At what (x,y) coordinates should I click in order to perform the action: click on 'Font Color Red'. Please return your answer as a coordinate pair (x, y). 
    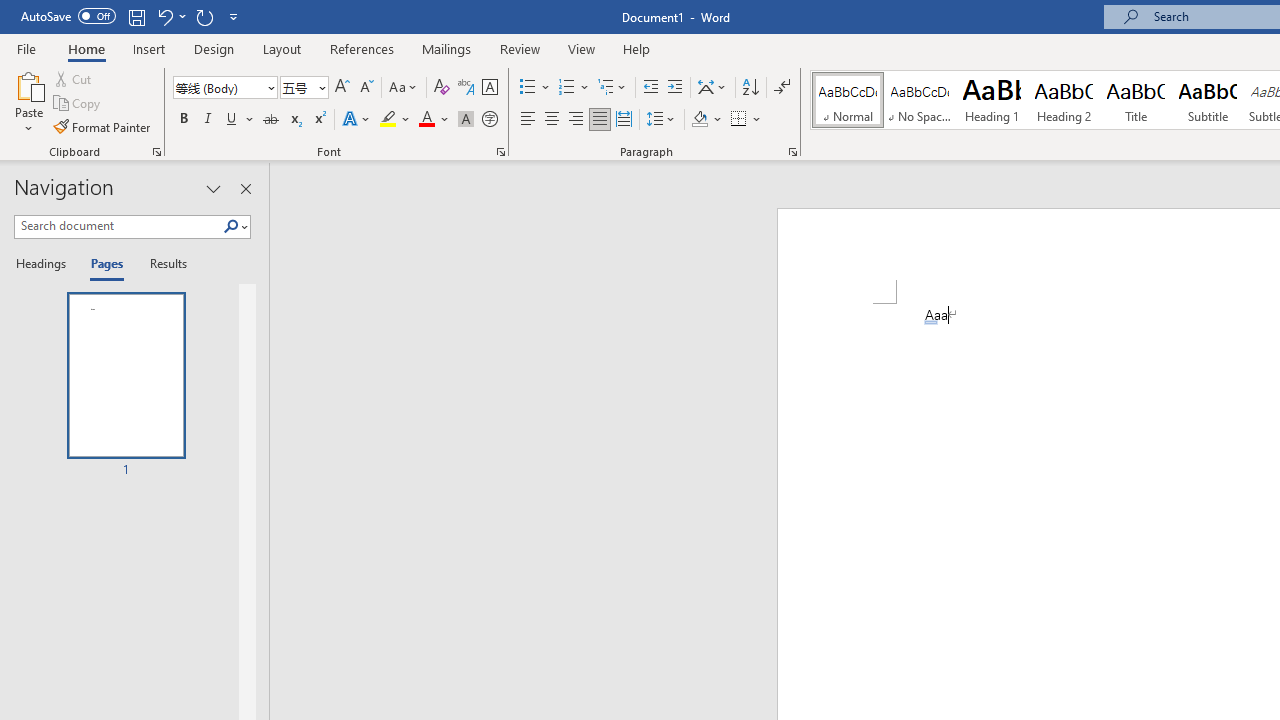
    Looking at the image, I should click on (425, 119).